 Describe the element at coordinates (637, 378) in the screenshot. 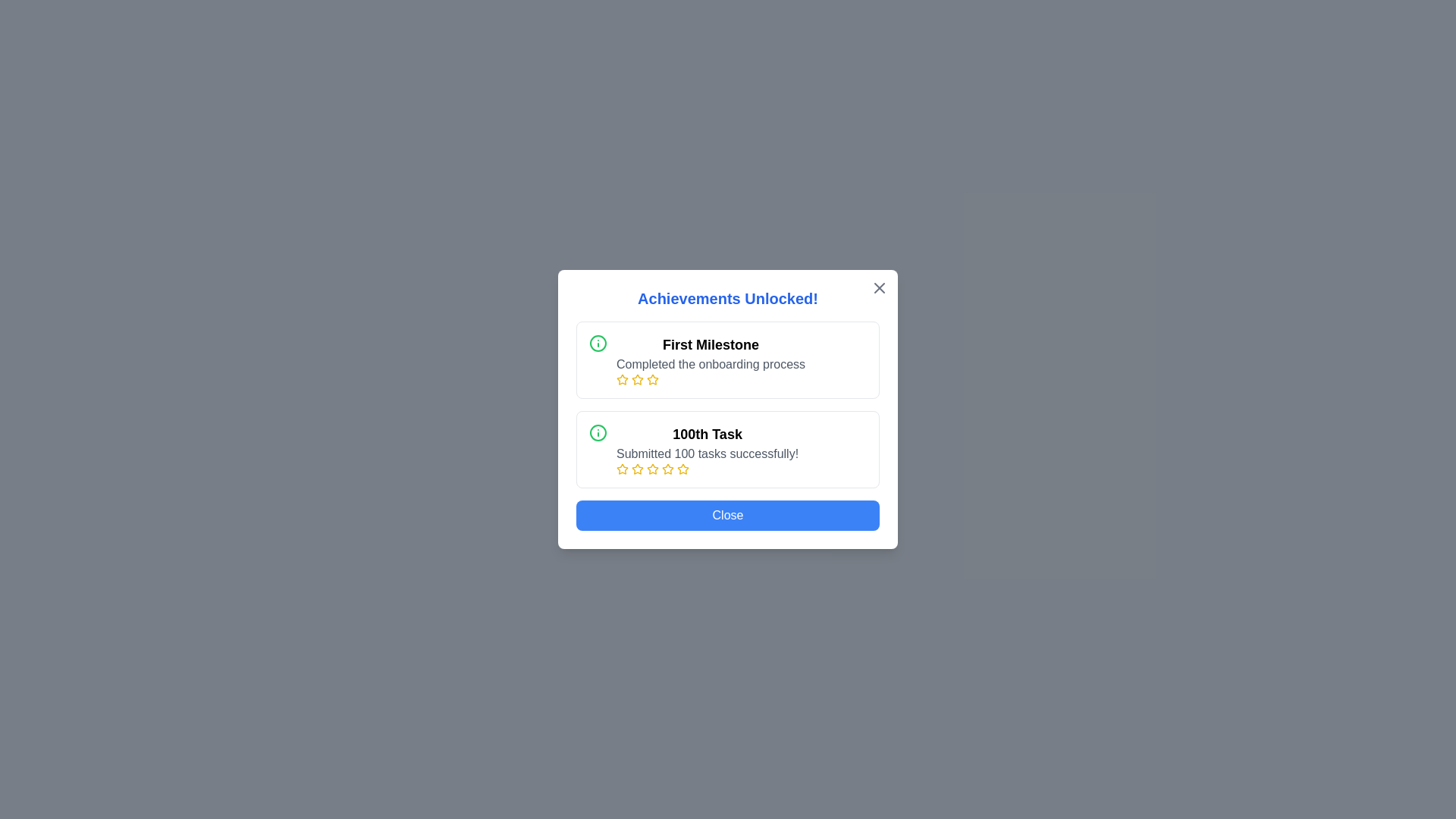

I see `the second star icon in the group of three stars below the 'First Milestone' text in the modal dialog box` at that location.